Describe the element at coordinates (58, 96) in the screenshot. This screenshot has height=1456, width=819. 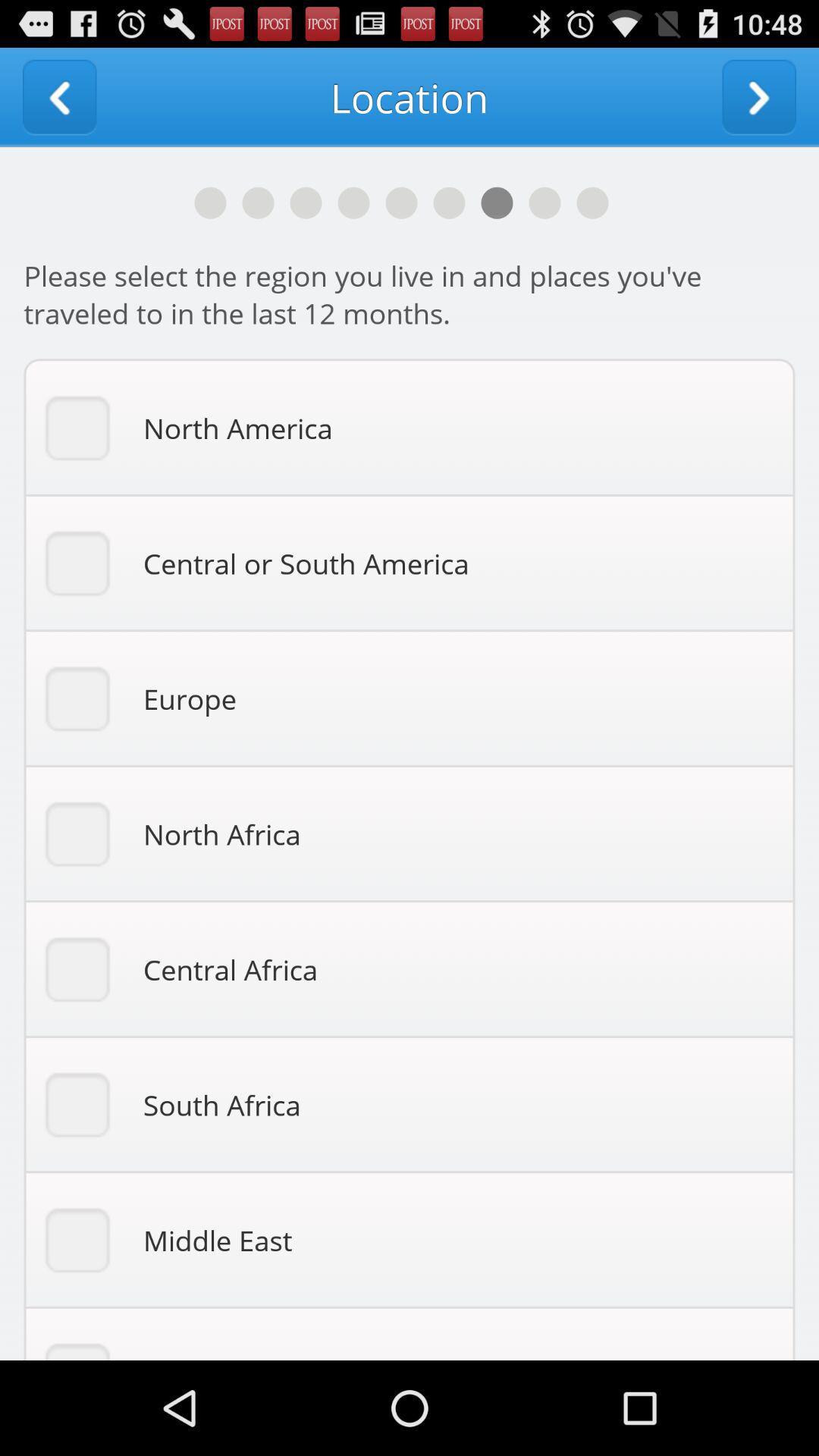
I see `go back` at that location.